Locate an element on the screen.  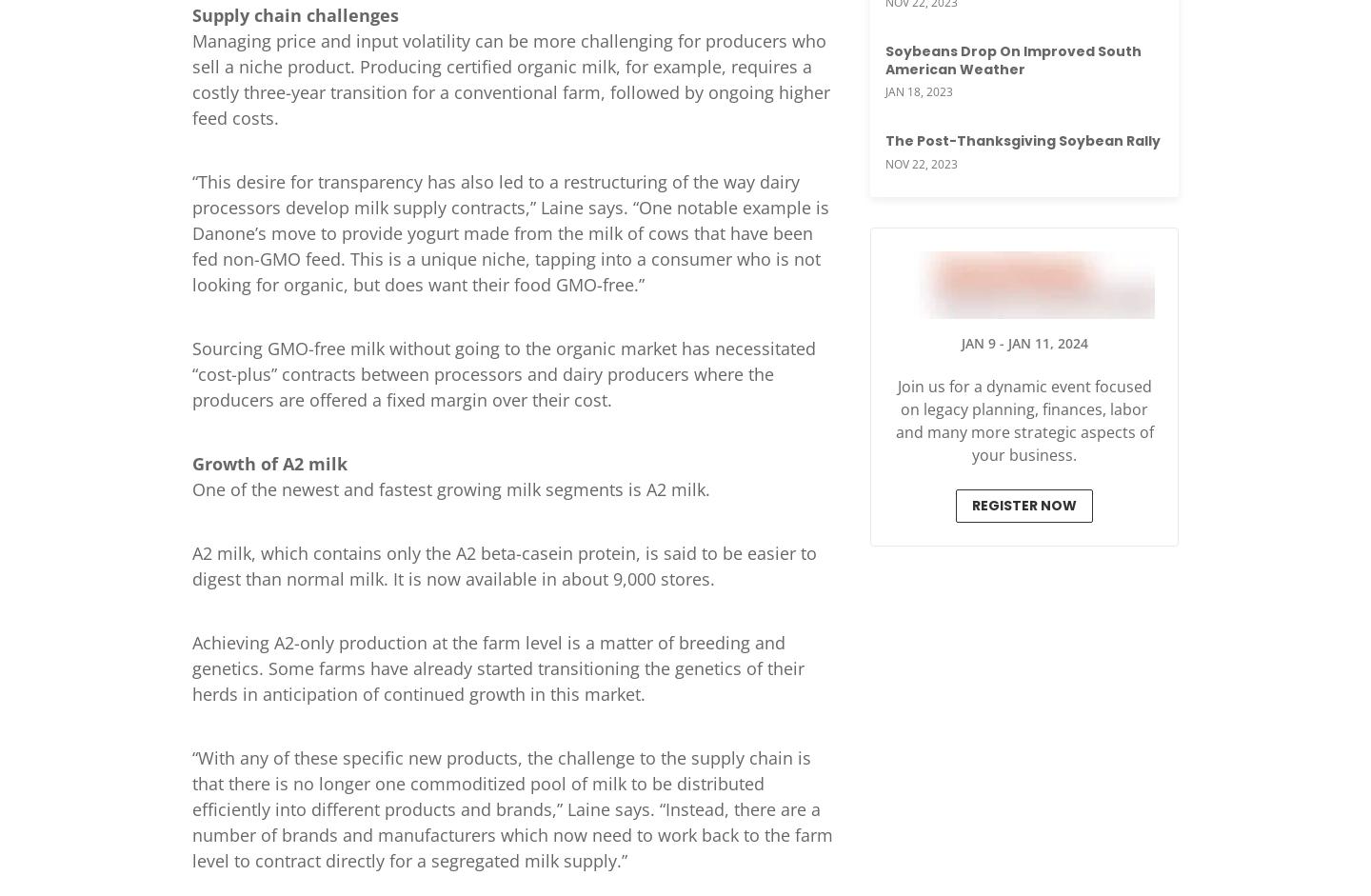
'Nov 22, 2023' is located at coordinates (920, 162).